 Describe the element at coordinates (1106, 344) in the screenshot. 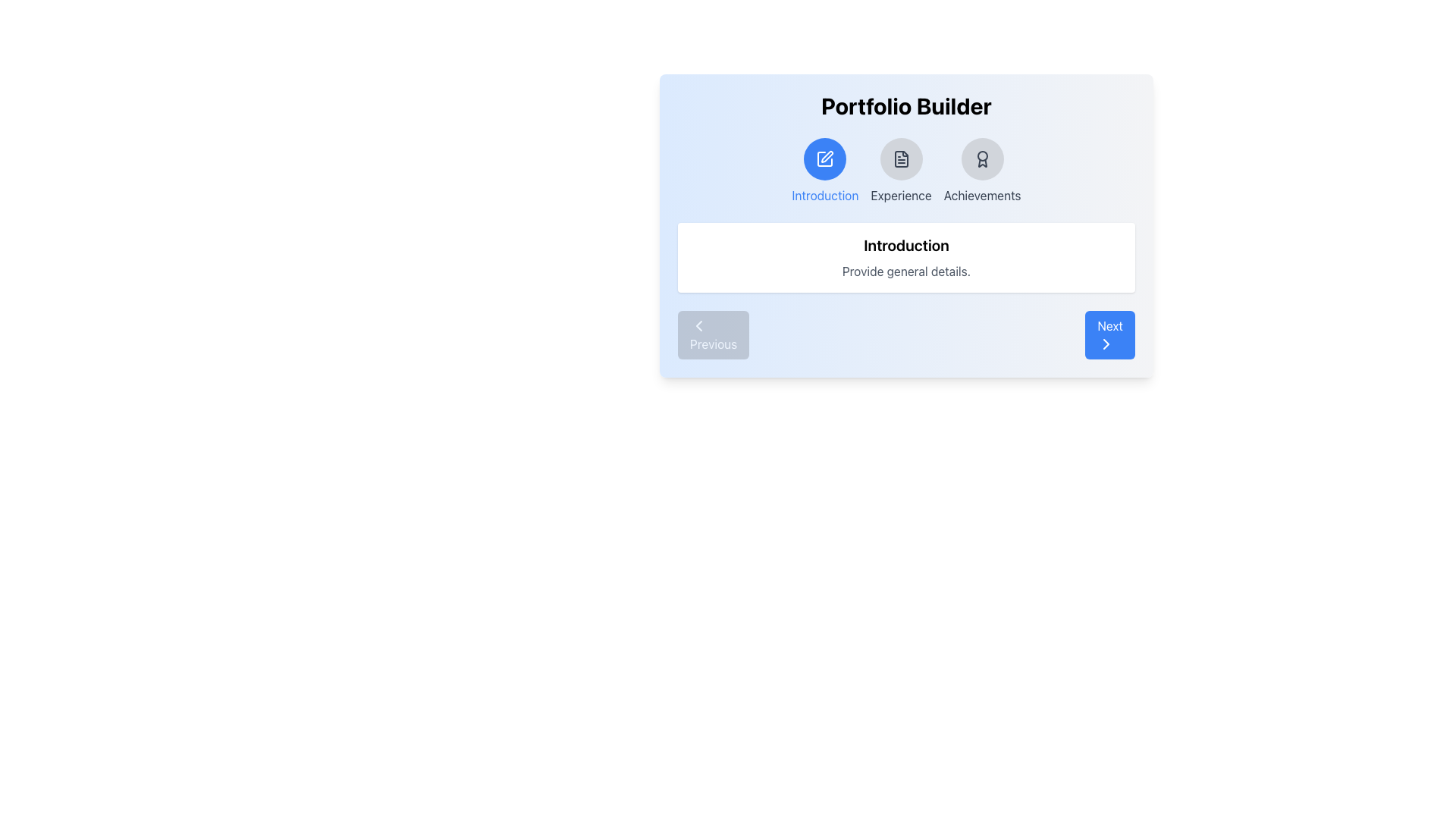

I see `the chevron icon located within the 'Next' button at the bottom right of the interface` at that location.